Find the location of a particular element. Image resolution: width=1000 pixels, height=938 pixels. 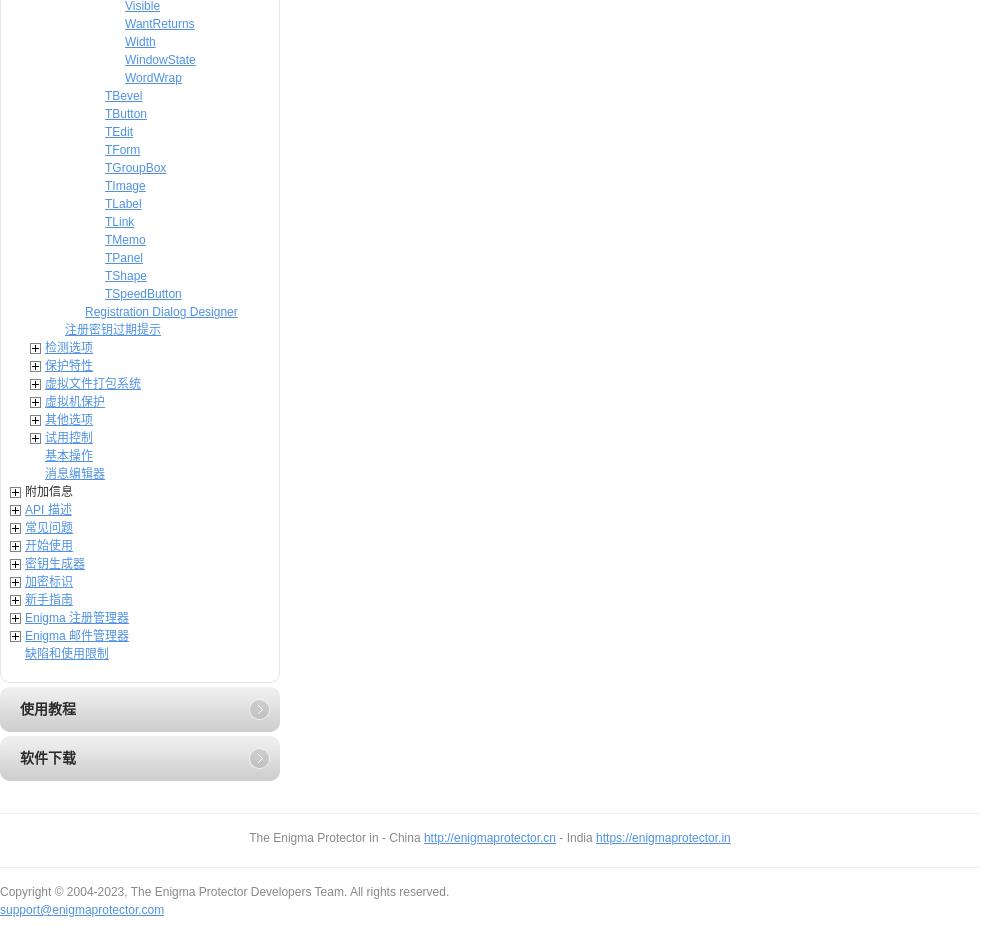

'https://enigmaprotector.in' is located at coordinates (595, 838).